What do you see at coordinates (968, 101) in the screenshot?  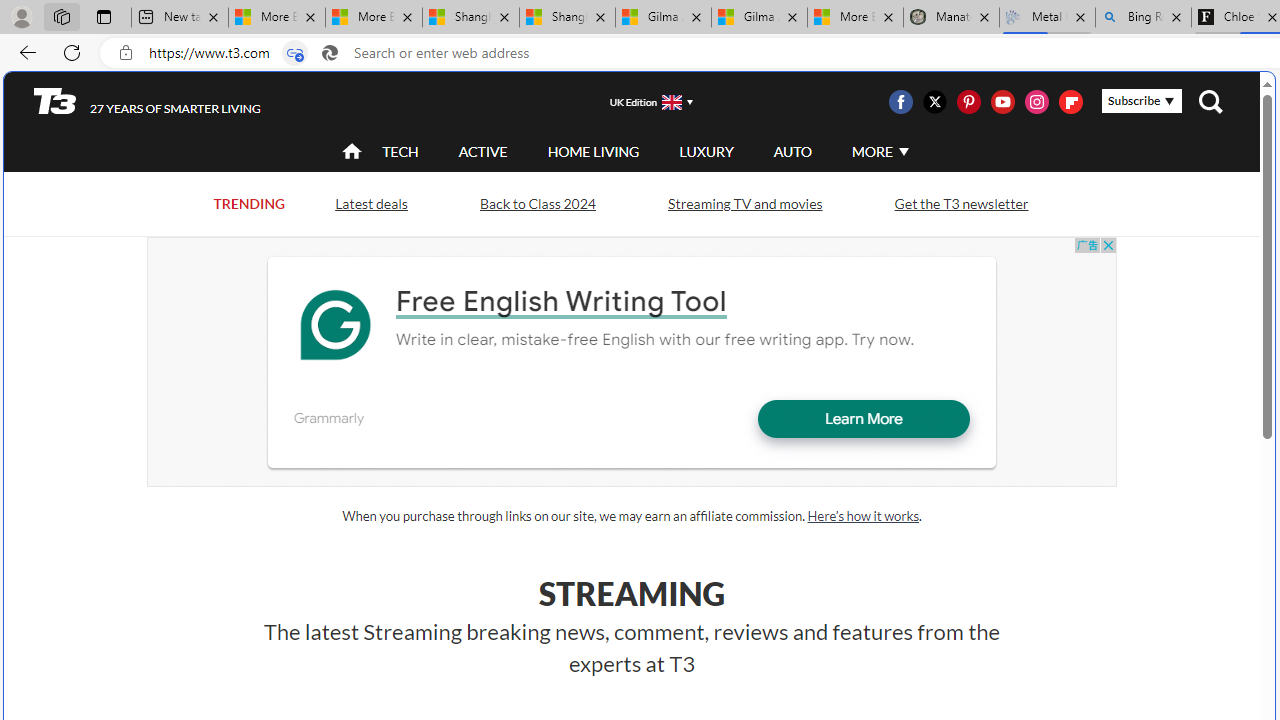 I see `'Visit us on Pintrest'` at bounding box center [968, 101].